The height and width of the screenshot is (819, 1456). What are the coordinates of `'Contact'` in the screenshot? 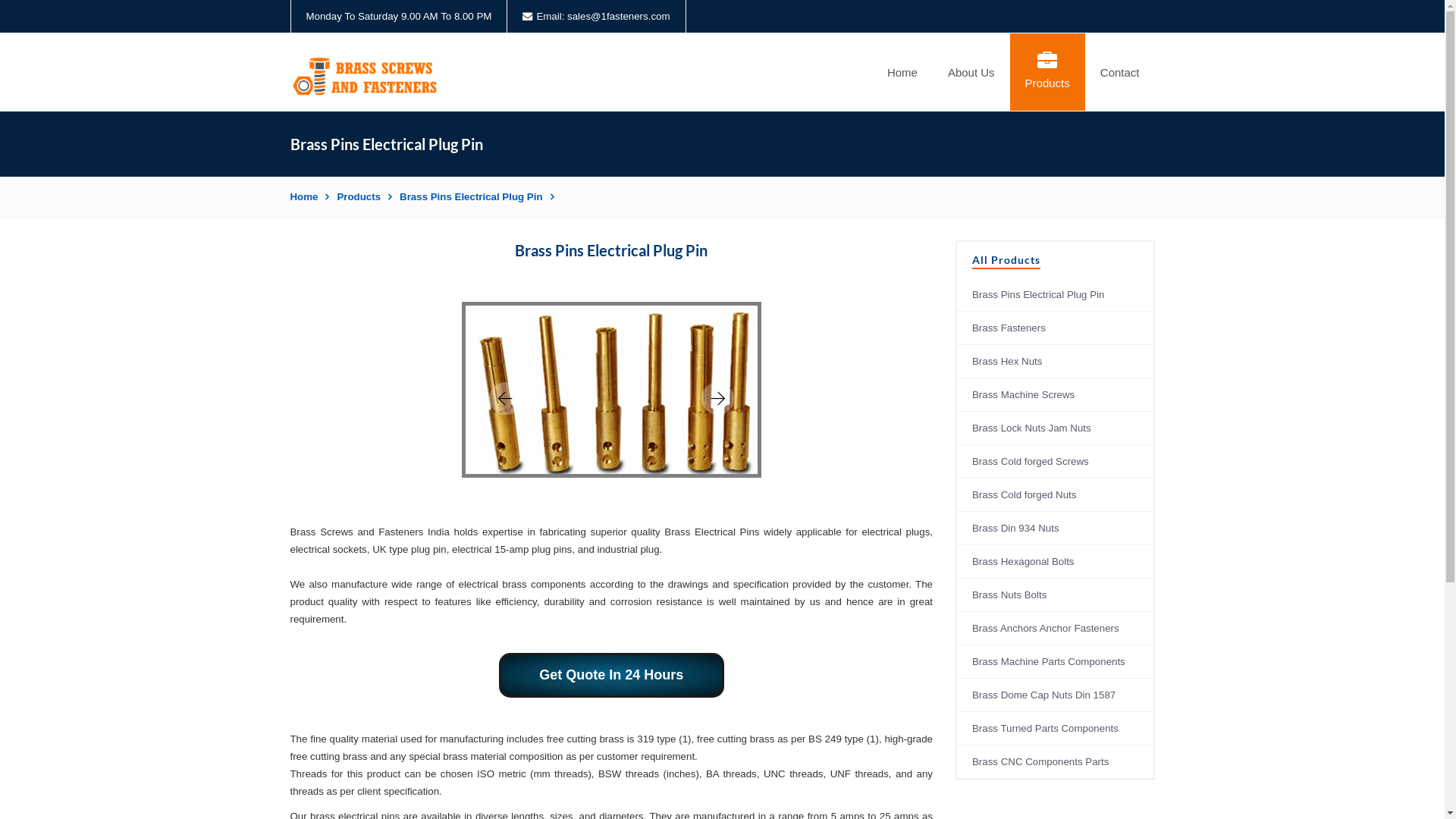 It's located at (1120, 72).